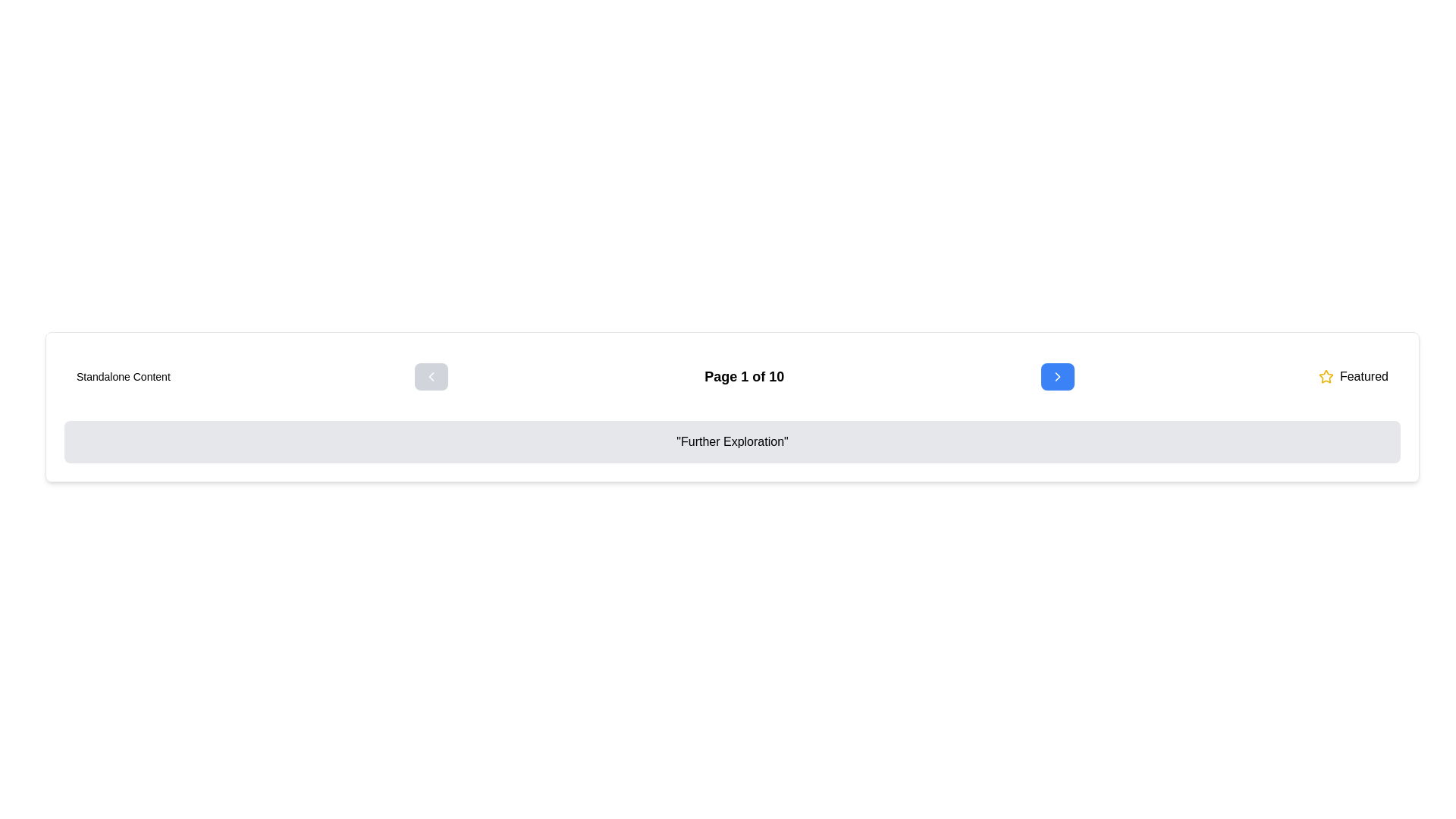 Image resolution: width=1456 pixels, height=819 pixels. What do you see at coordinates (1325, 375) in the screenshot?
I see `the star icon located in the upper-right corner of the interface, adjacent to the 'Featured' label` at bounding box center [1325, 375].